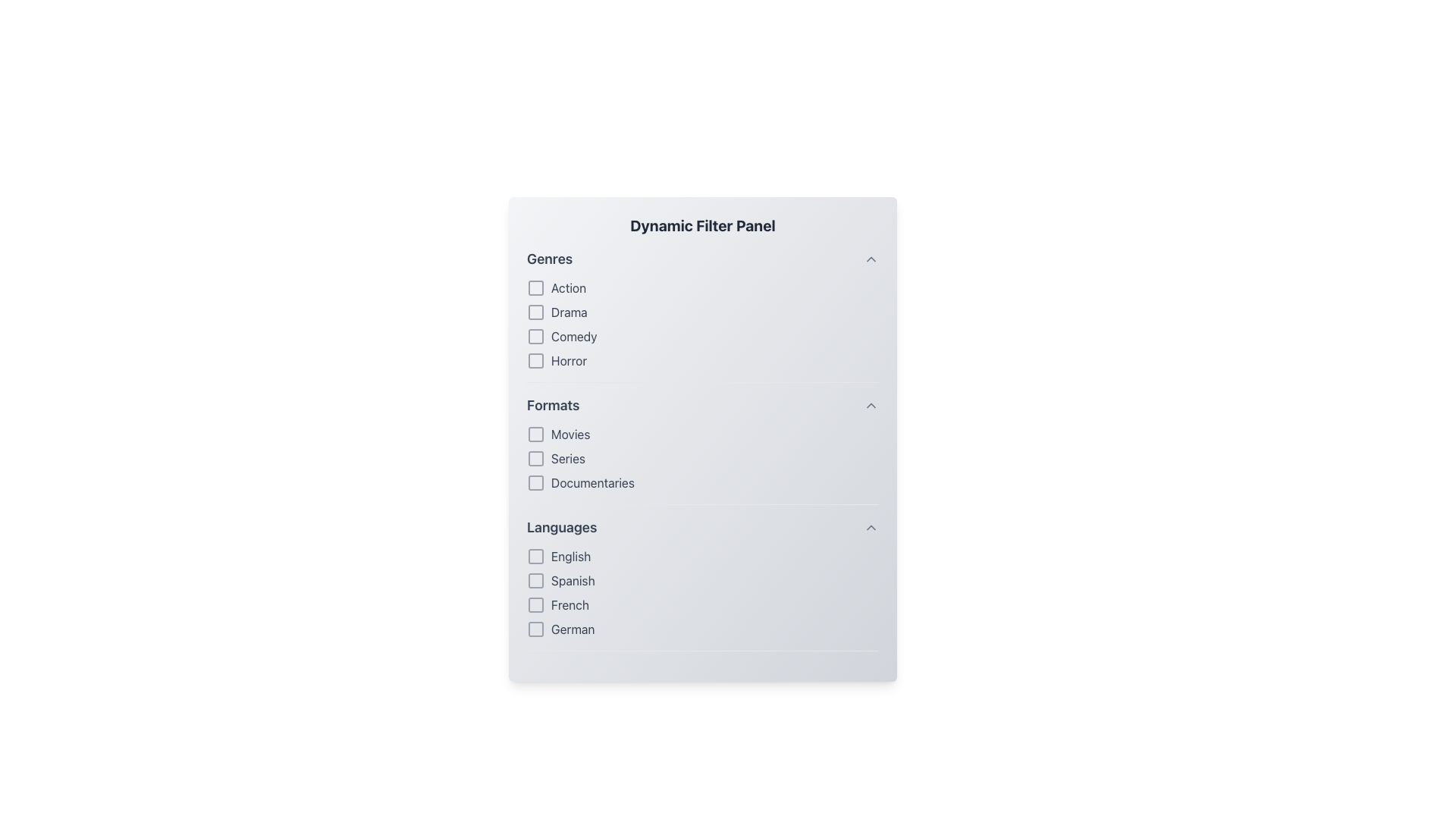  I want to click on the checkbox associated with the 'Spanish' text label, so click(572, 580).